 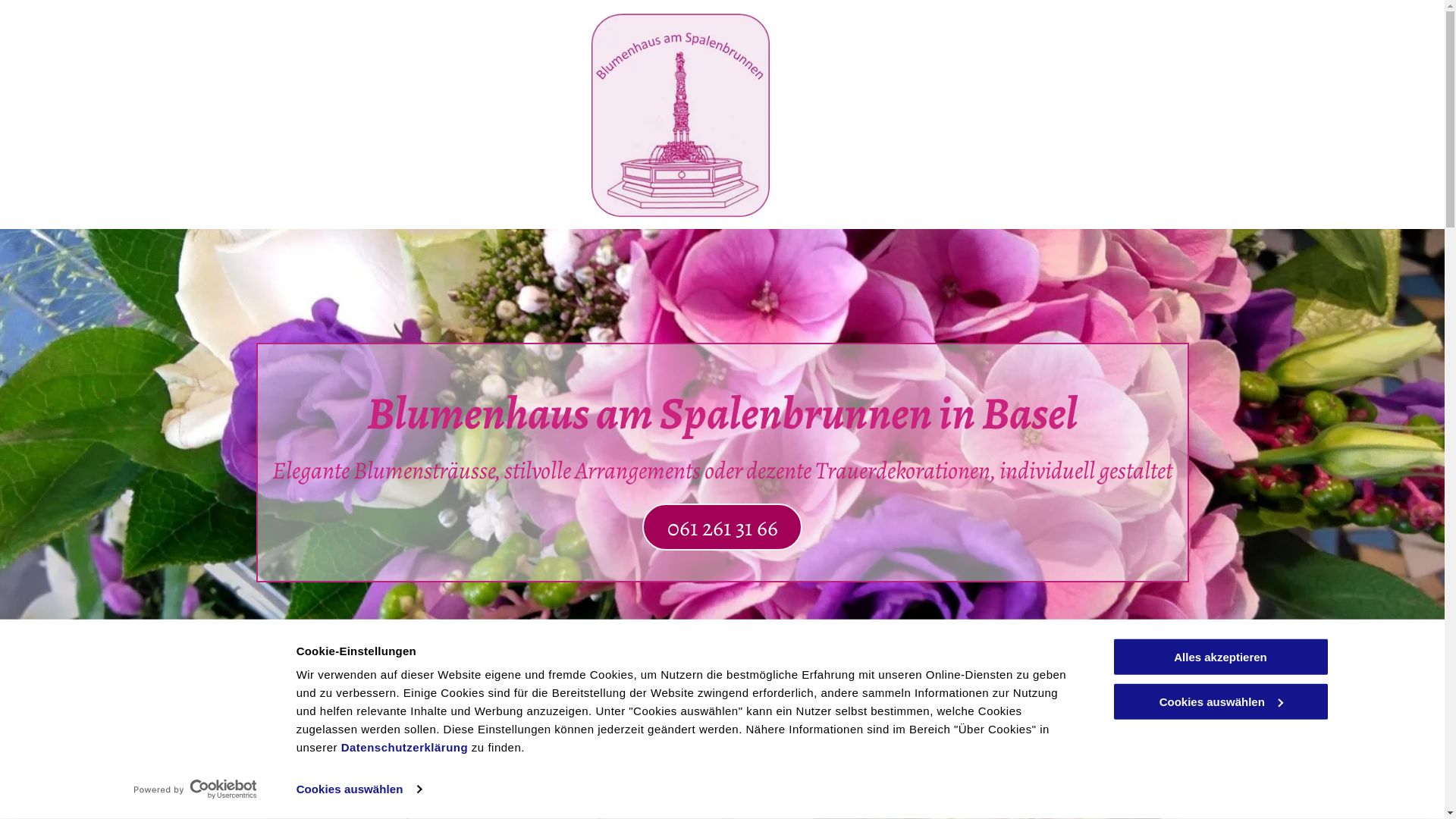 I want to click on '061 261 31 66', so click(x=721, y=526).